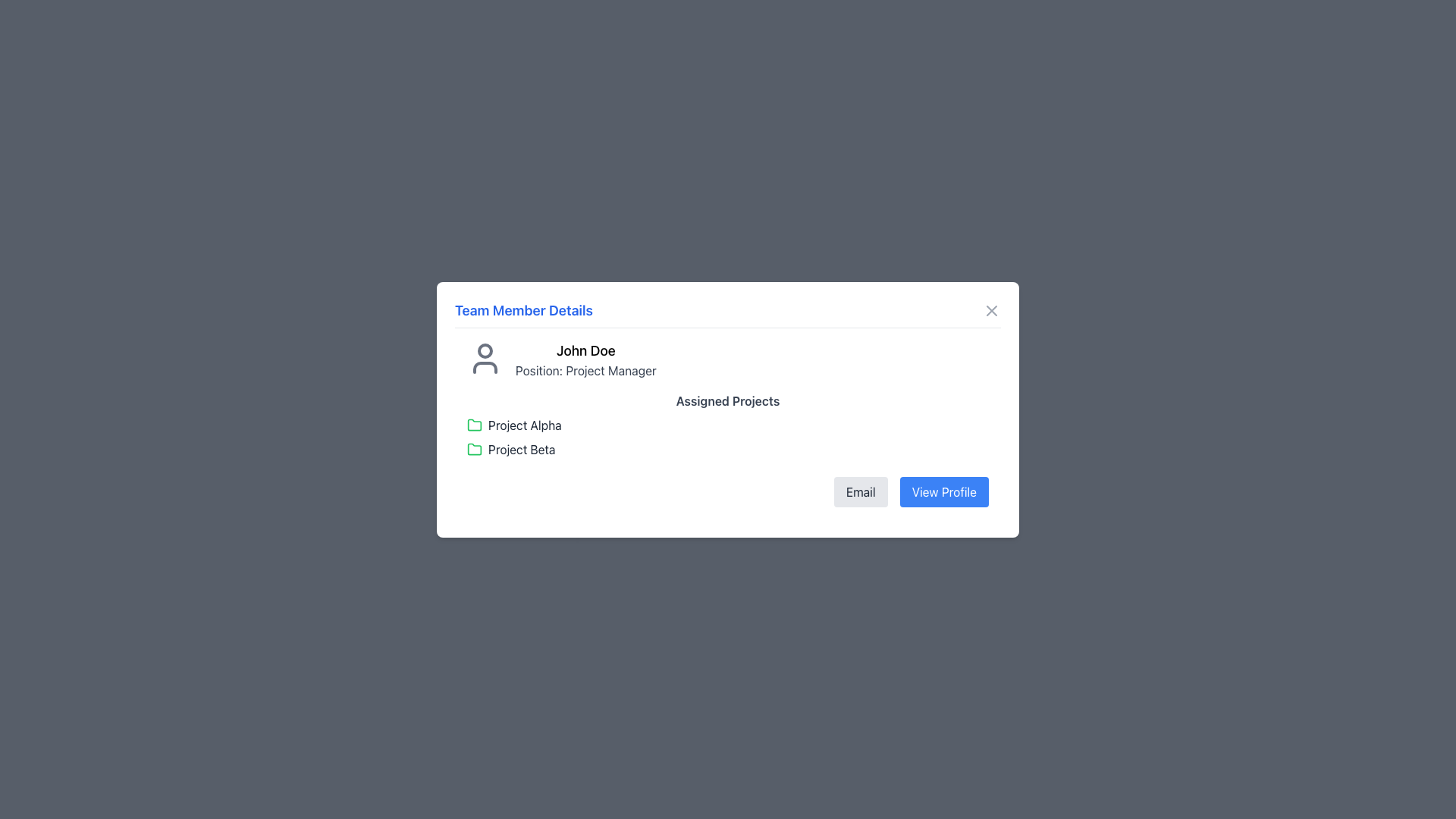  What do you see at coordinates (484, 358) in the screenshot?
I see `the grayscale user icon located to the left of the text section containing 'John Doe' and 'Position: Project Manager'` at bounding box center [484, 358].